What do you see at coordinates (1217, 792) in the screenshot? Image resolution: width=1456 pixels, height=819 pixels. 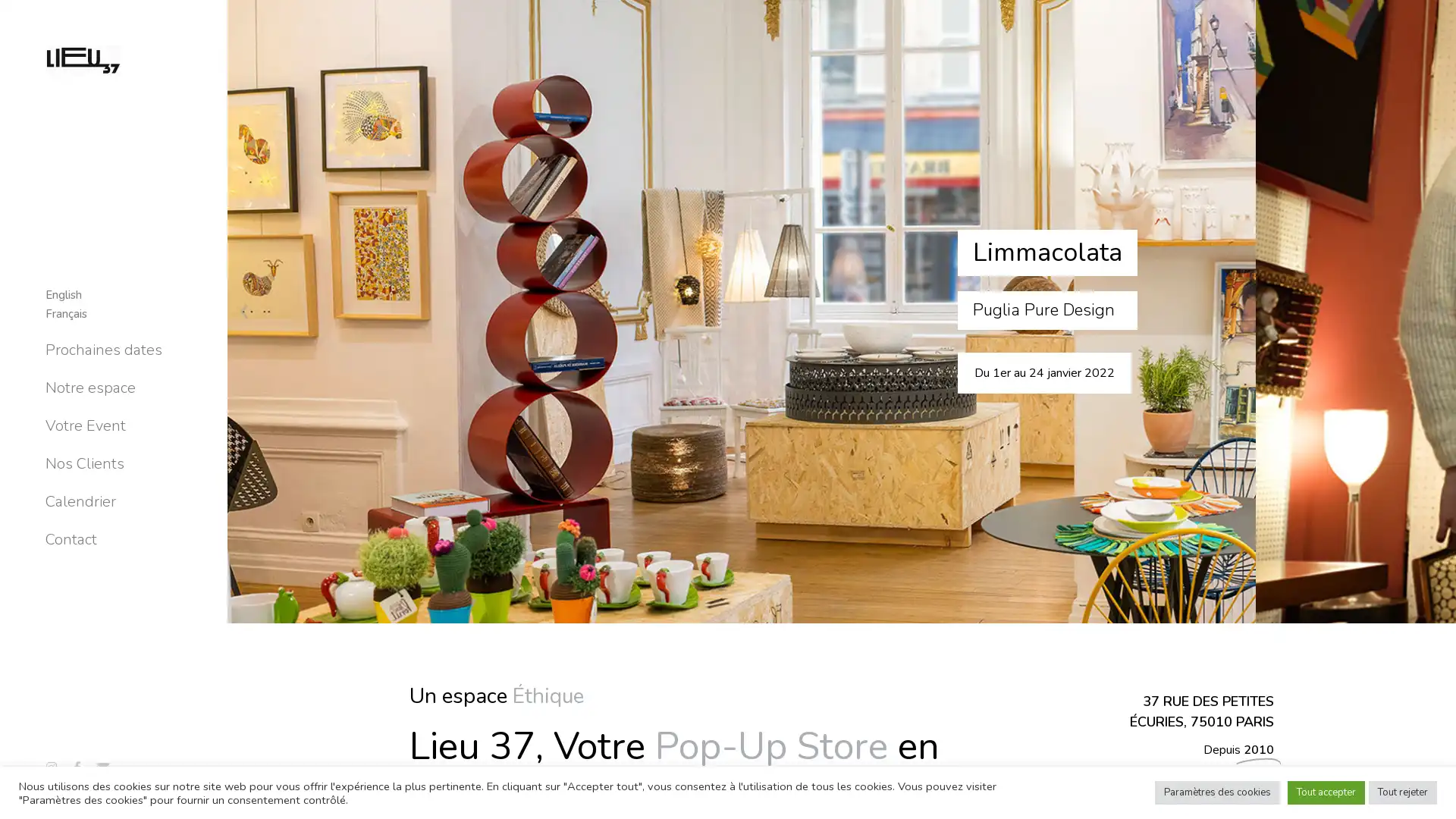 I see `Parametres des cookies` at bounding box center [1217, 792].